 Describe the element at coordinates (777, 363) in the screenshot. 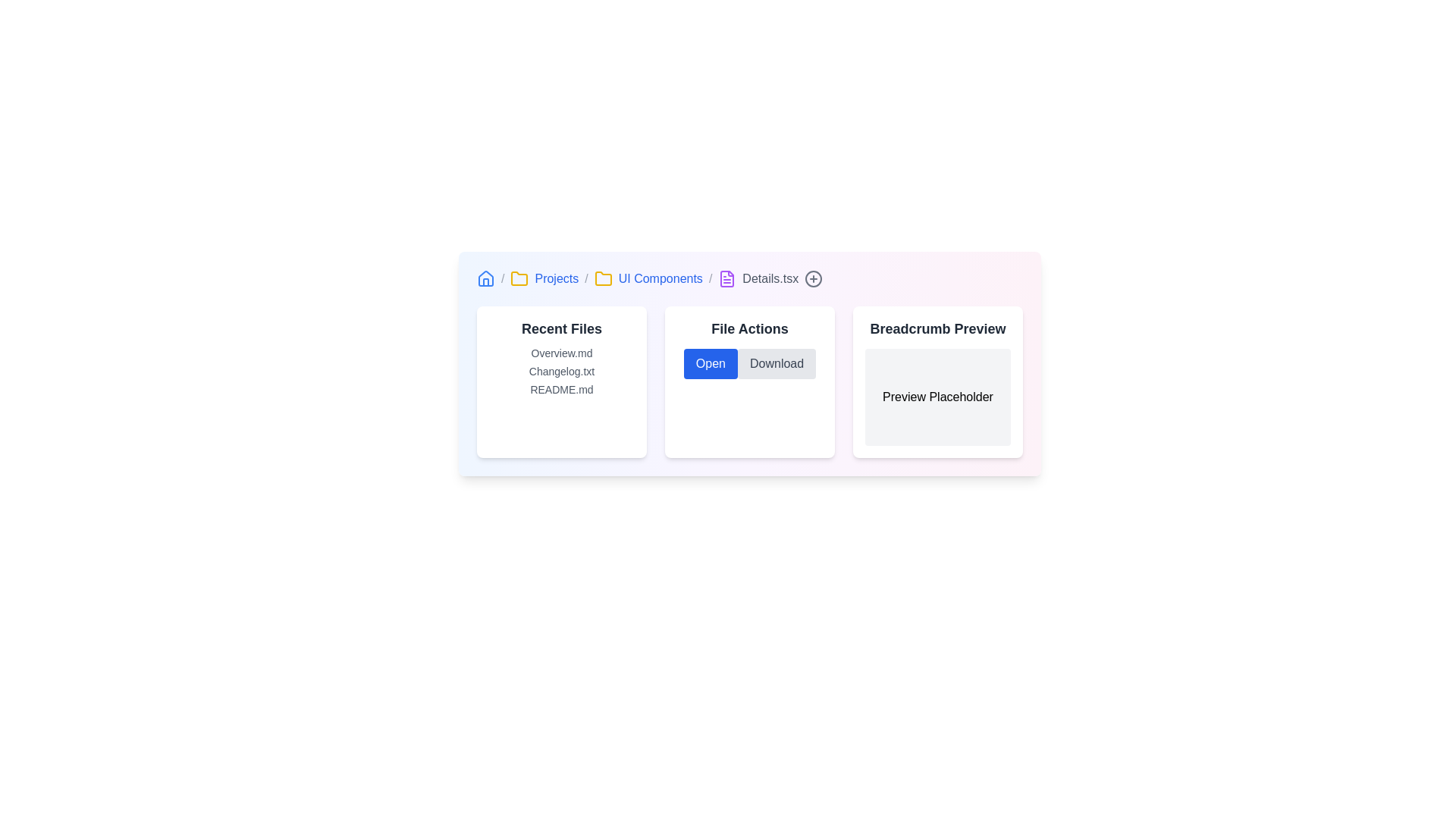

I see `the download button located to the immediate right of the 'Open' button in the 'File Actions' section to initiate the file download process` at that location.